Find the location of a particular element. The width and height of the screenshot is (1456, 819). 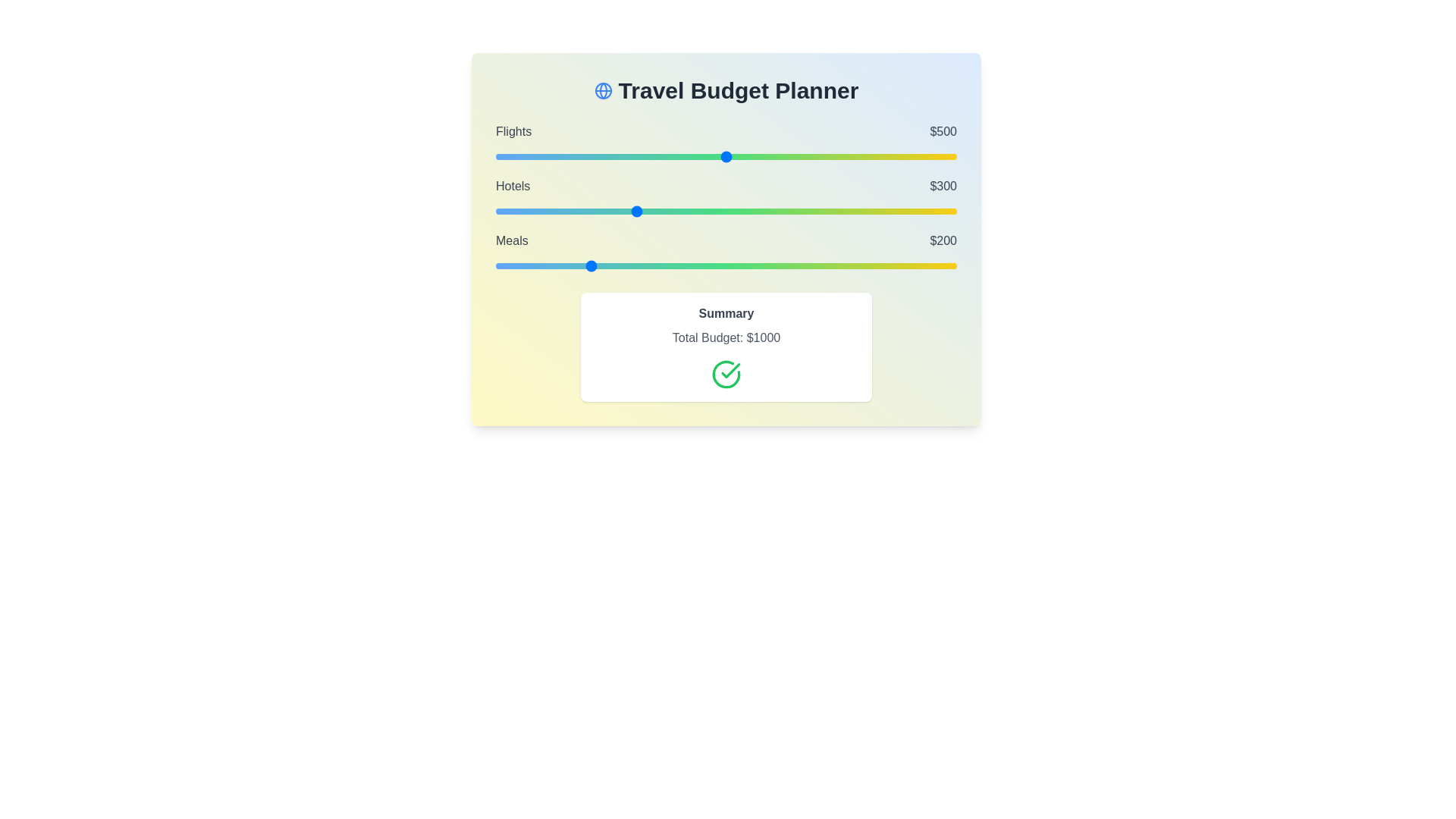

the 'Hotels' slider to 851 is located at coordinates (888, 211).